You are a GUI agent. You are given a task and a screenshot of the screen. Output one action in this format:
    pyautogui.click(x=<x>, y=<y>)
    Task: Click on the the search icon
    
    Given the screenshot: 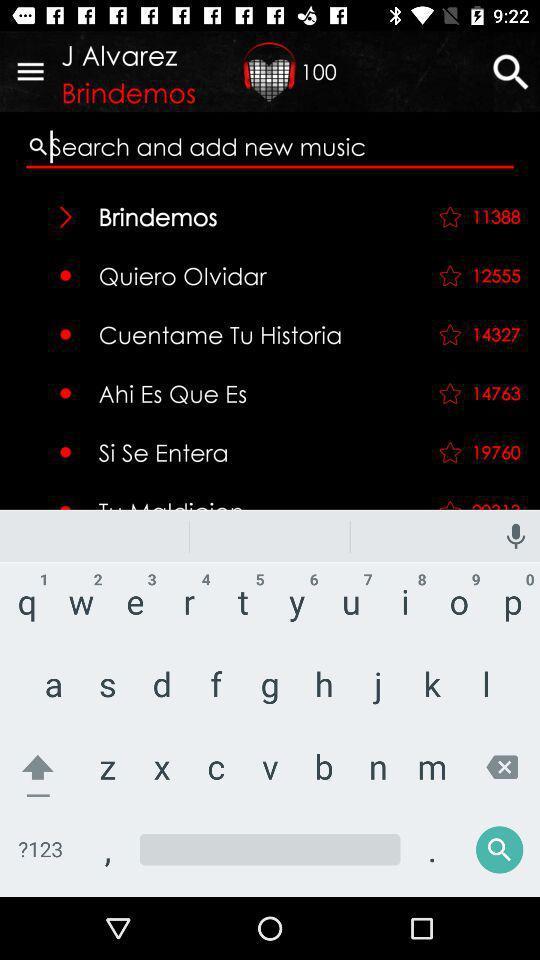 What is the action you would take?
    pyautogui.click(x=481, y=837)
    